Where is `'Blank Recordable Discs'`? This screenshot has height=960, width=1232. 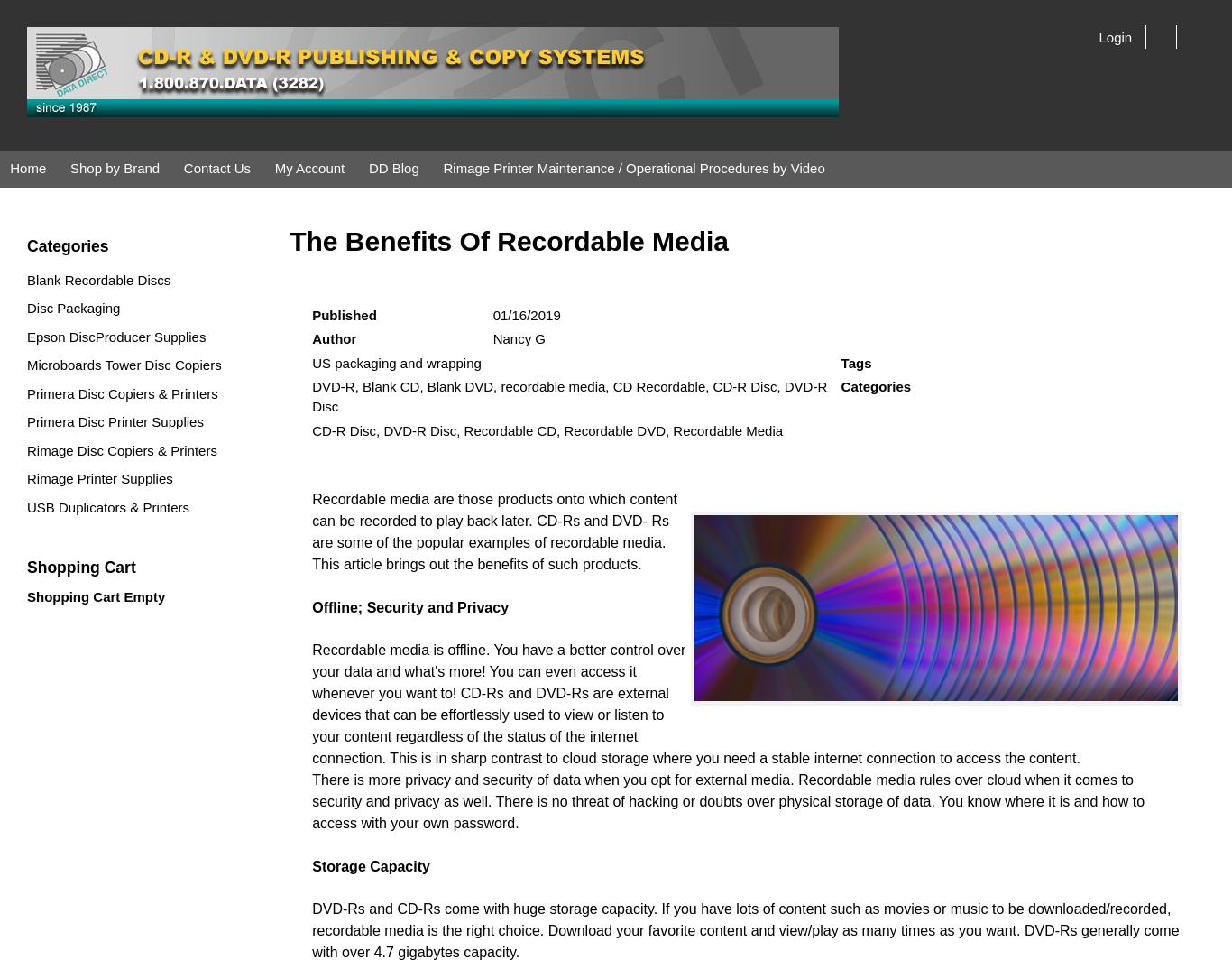
'Blank Recordable Discs' is located at coordinates (98, 279).